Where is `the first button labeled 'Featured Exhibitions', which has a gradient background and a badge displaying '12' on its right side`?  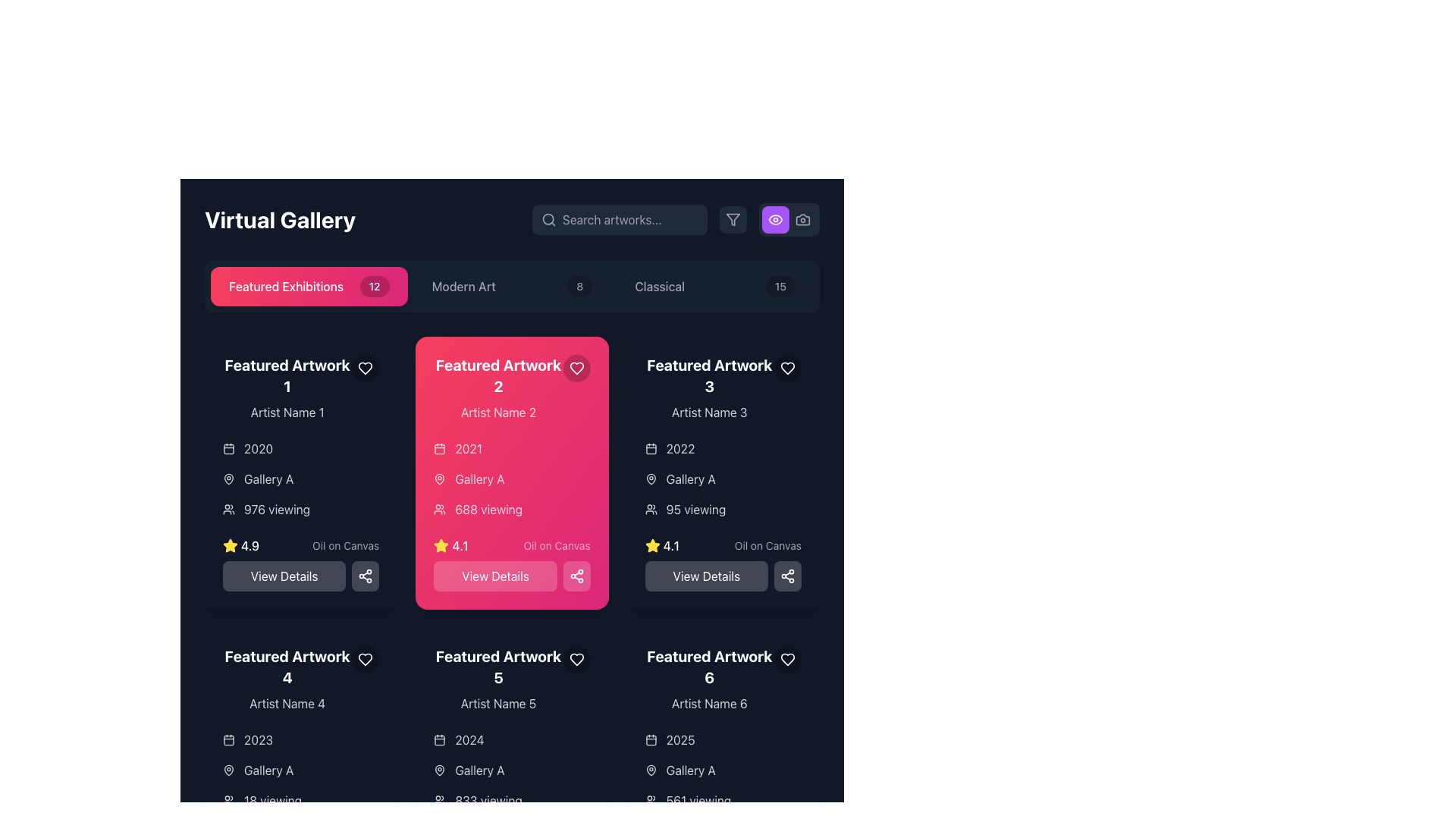
the first button labeled 'Featured Exhibitions', which has a gradient background and a badge displaying '12' on its right side is located at coordinates (308, 287).